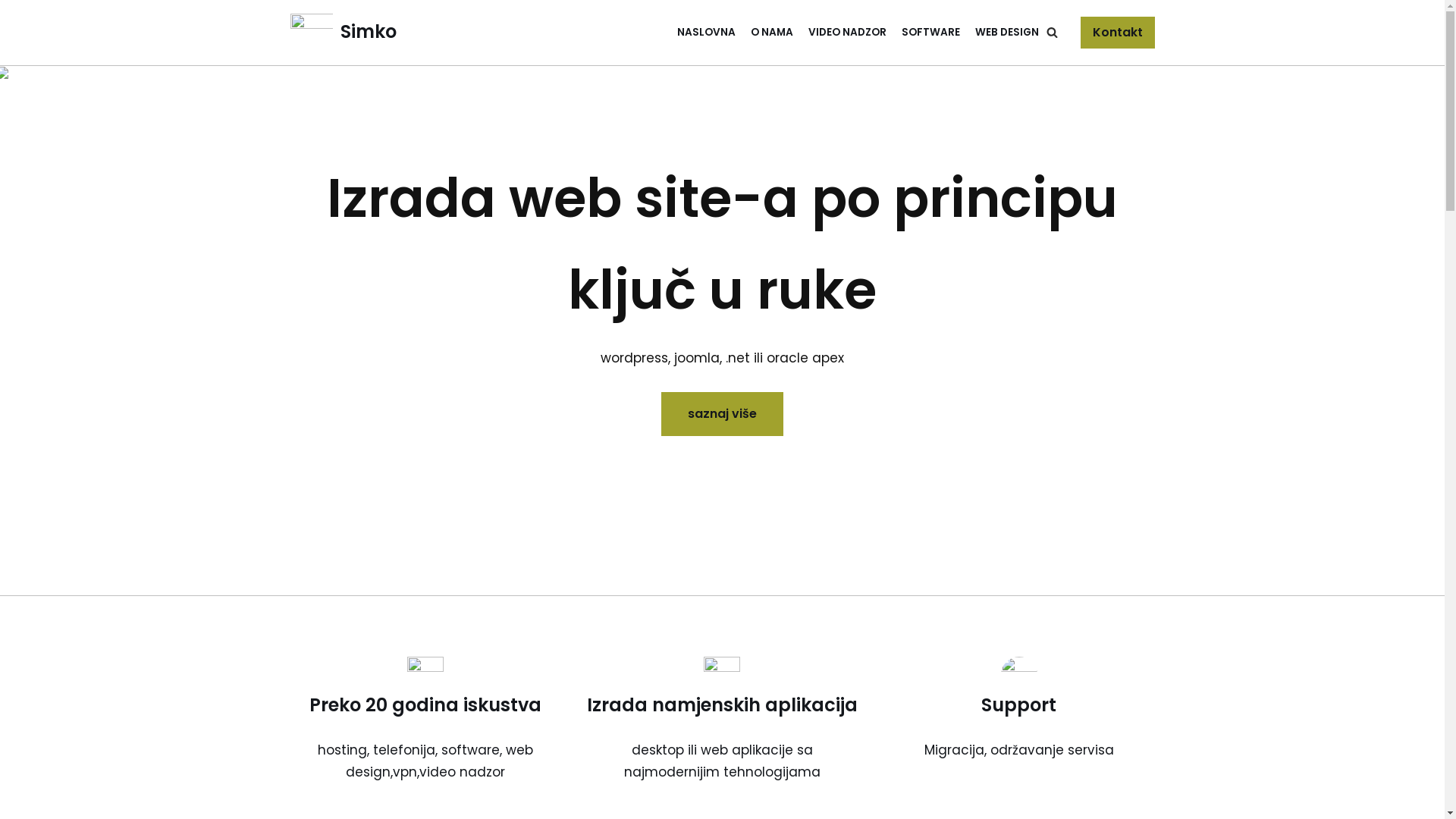  What do you see at coordinates (1007, 32) in the screenshot?
I see `'WEB DESIGN'` at bounding box center [1007, 32].